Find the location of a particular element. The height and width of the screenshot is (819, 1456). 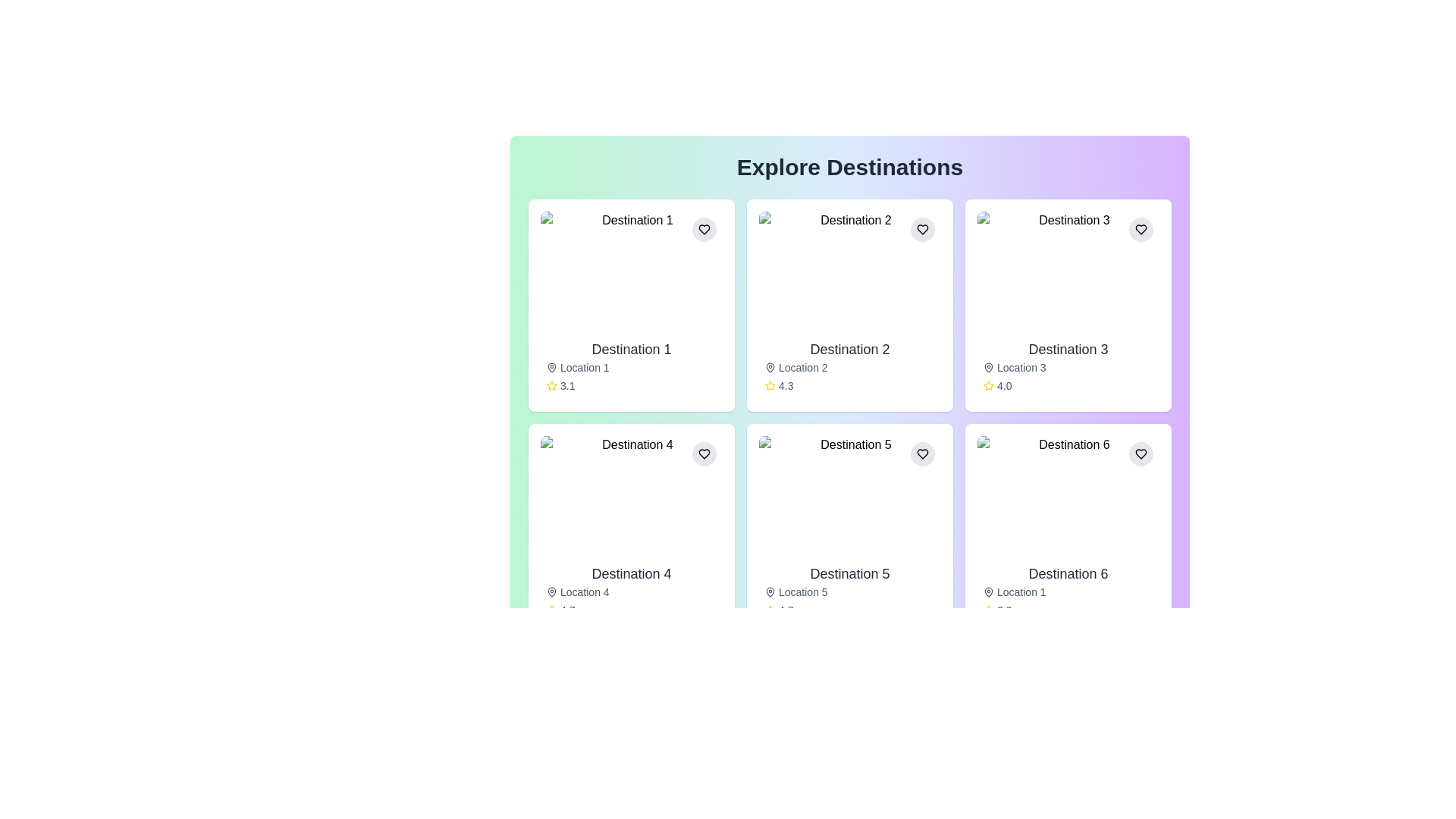

the circular button with a heart icon located is located at coordinates (1141, 453).